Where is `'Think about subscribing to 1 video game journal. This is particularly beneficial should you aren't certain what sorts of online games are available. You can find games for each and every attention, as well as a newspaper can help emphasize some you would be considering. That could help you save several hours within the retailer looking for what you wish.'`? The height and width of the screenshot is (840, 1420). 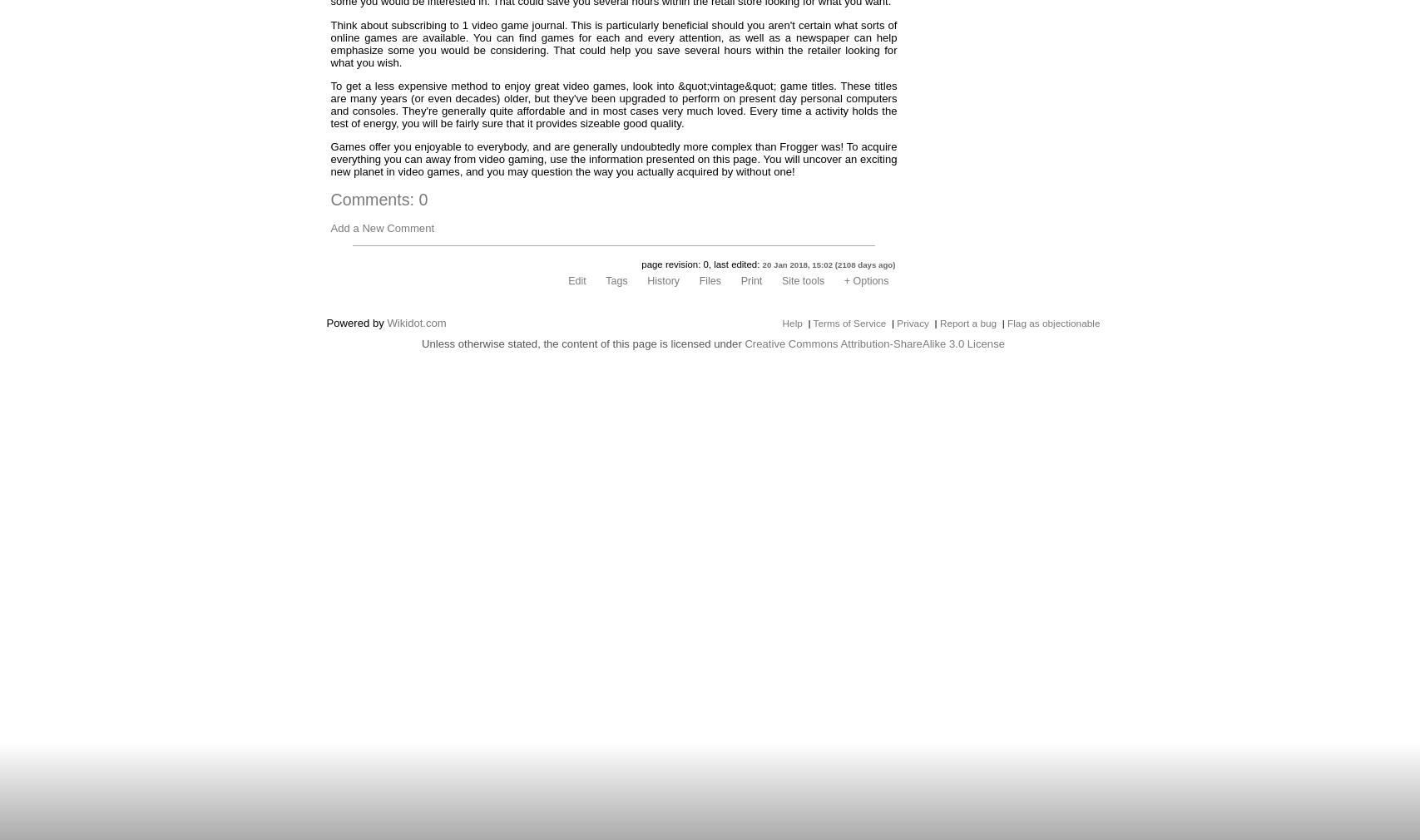 'Think about subscribing to 1 video game journal. This is particularly beneficial should you aren't certain what sorts of online games are available. You can find games for each and every attention, as well as a newspaper can help emphasize some you would be considering. That could help you save several hours within the retailer looking for what you wish.' is located at coordinates (330, 42).